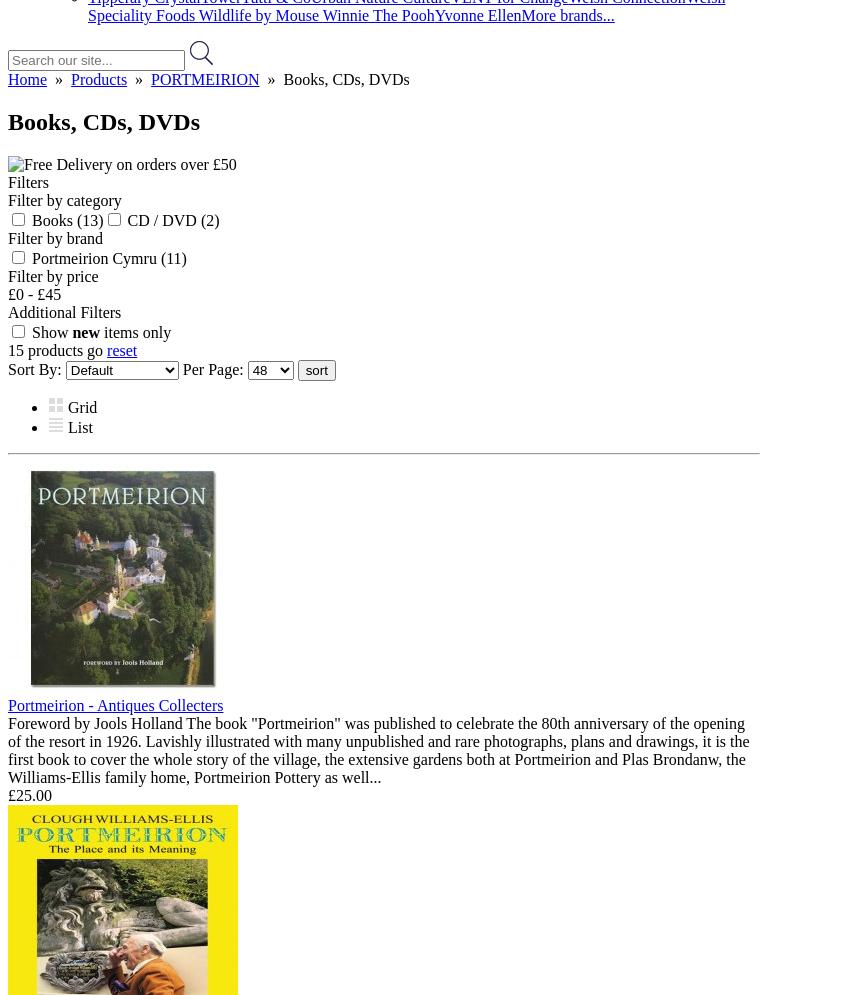 Image resolution: width=856 pixels, height=995 pixels. Describe the element at coordinates (214, 367) in the screenshot. I see `'Per Page:'` at that location.